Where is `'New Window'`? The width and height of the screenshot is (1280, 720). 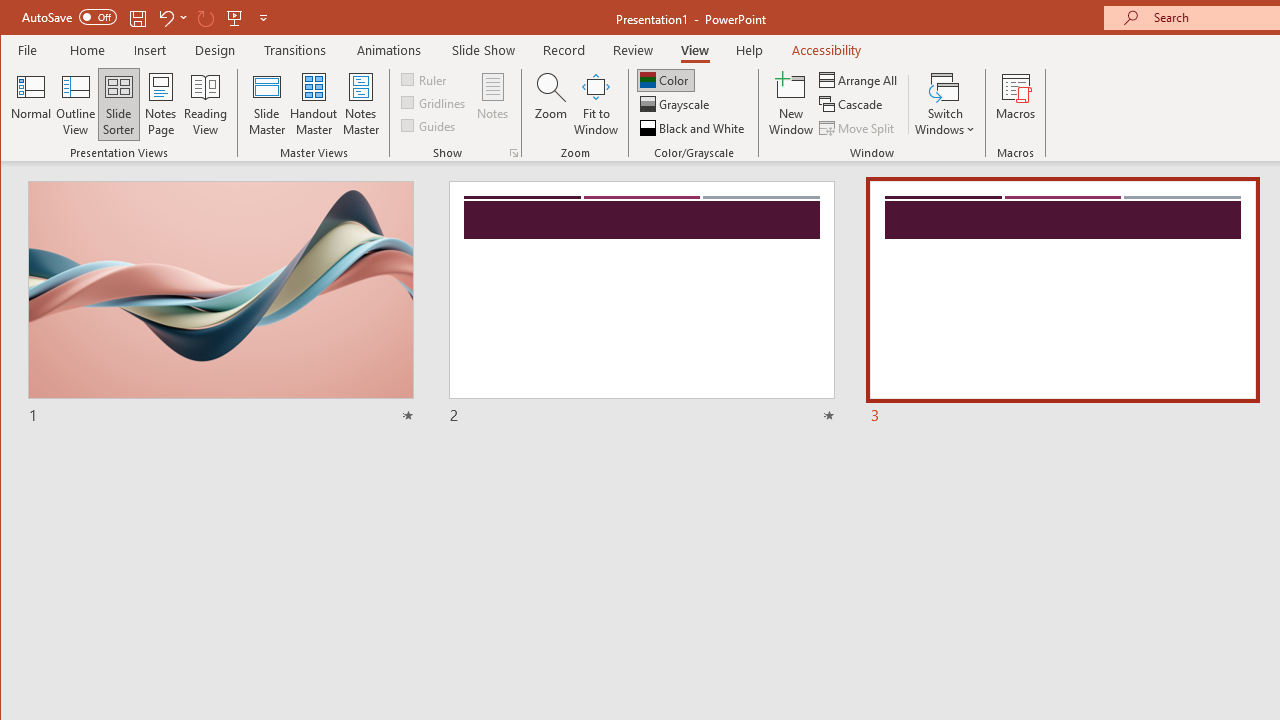 'New Window' is located at coordinates (790, 104).